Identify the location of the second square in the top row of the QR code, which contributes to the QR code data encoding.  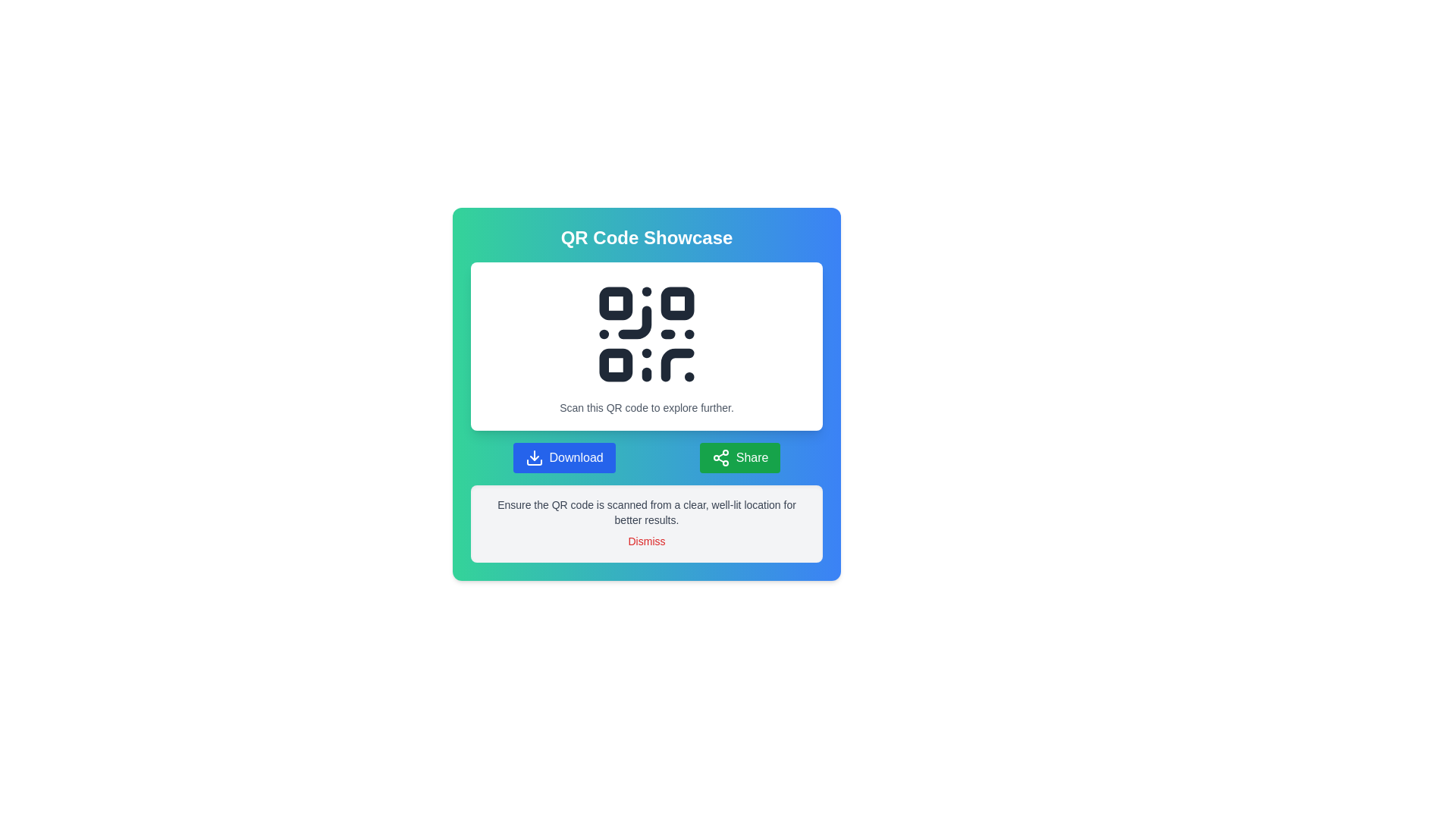
(676, 303).